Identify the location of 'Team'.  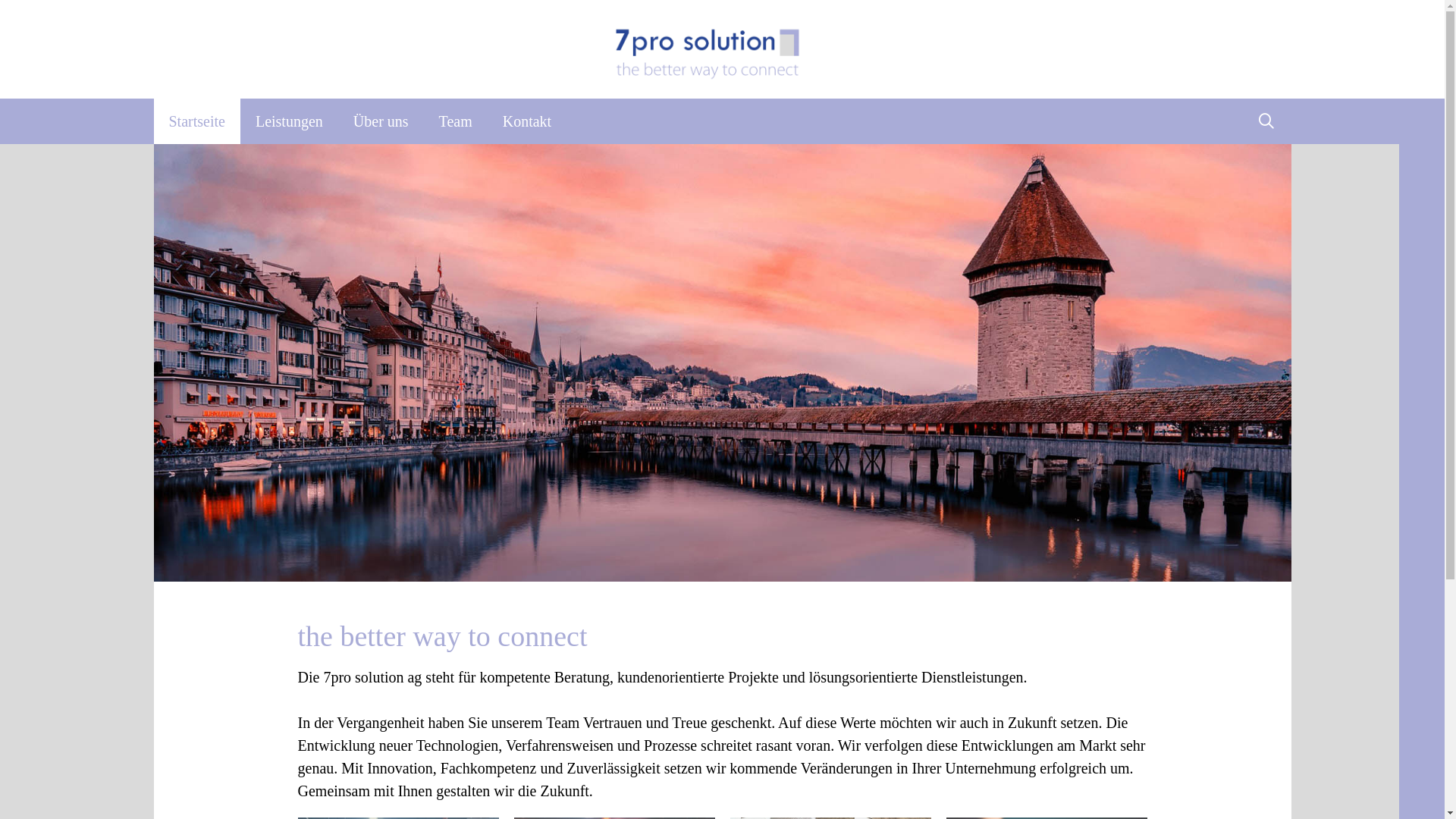
(454, 120).